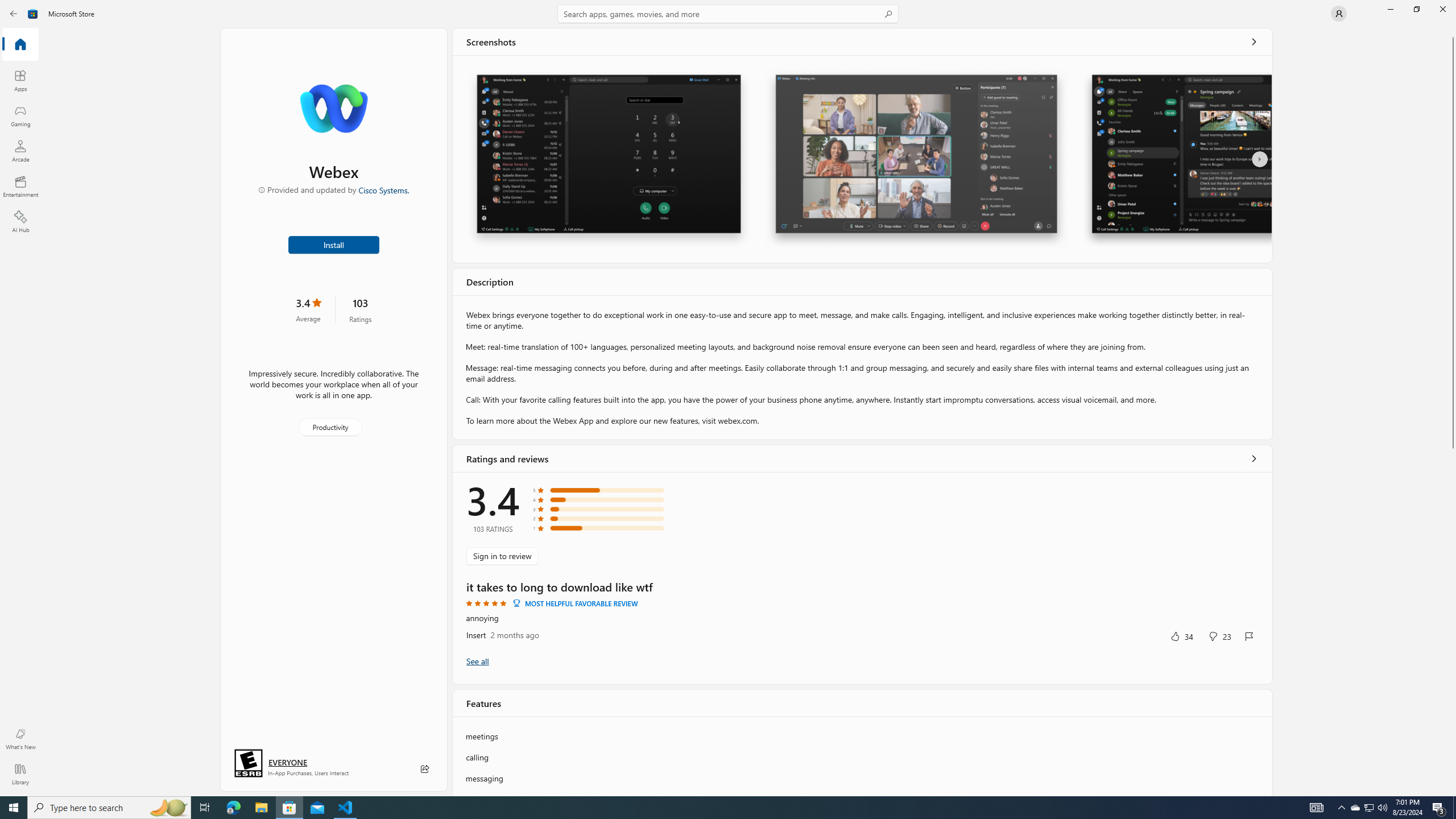 The width and height of the screenshot is (1456, 819). What do you see at coordinates (1451, 792) in the screenshot?
I see `'Vertical Small Increase'` at bounding box center [1451, 792].